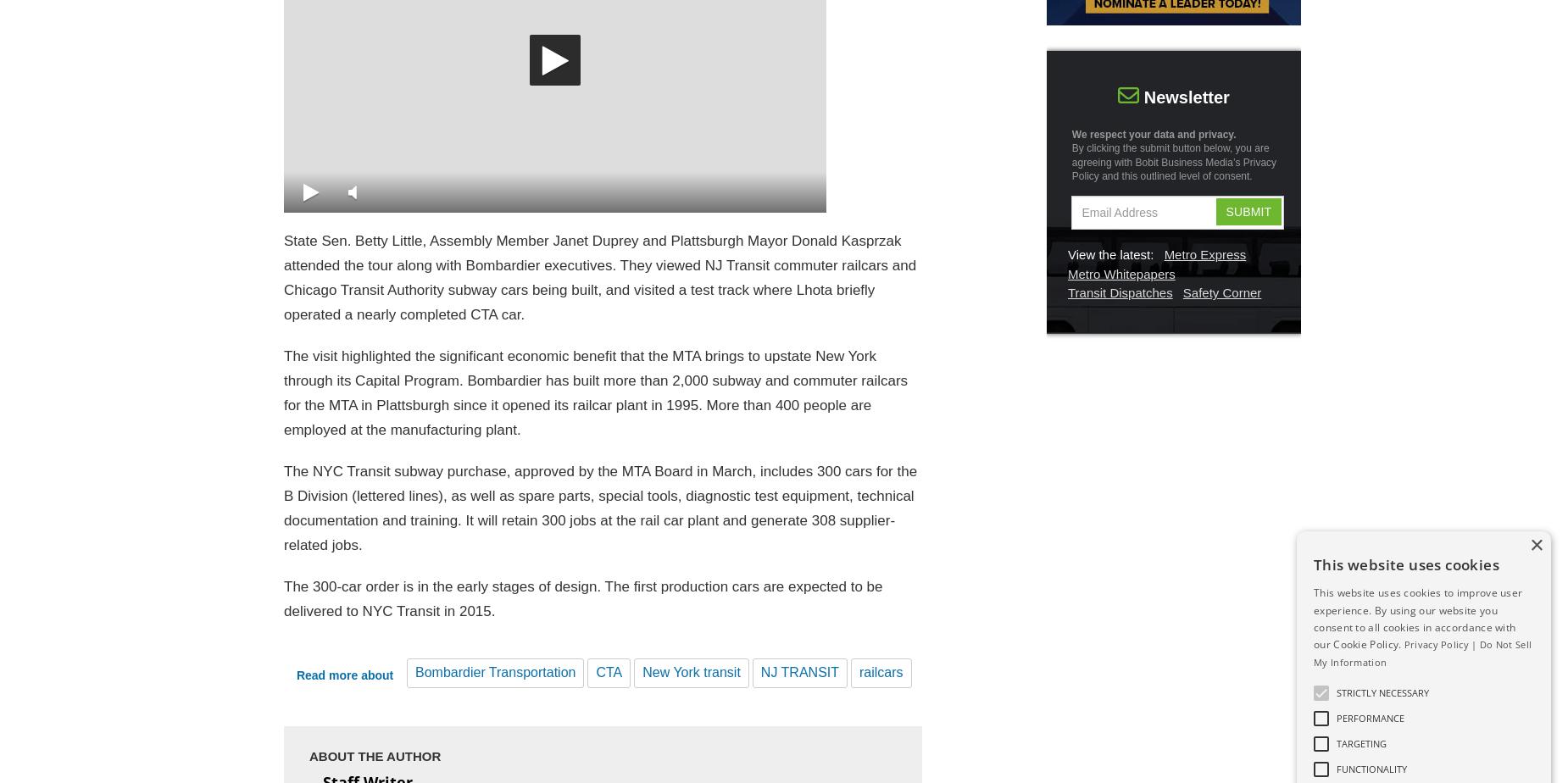 This screenshot has width=1568, height=783. What do you see at coordinates (880, 672) in the screenshot?
I see `'railcars'` at bounding box center [880, 672].